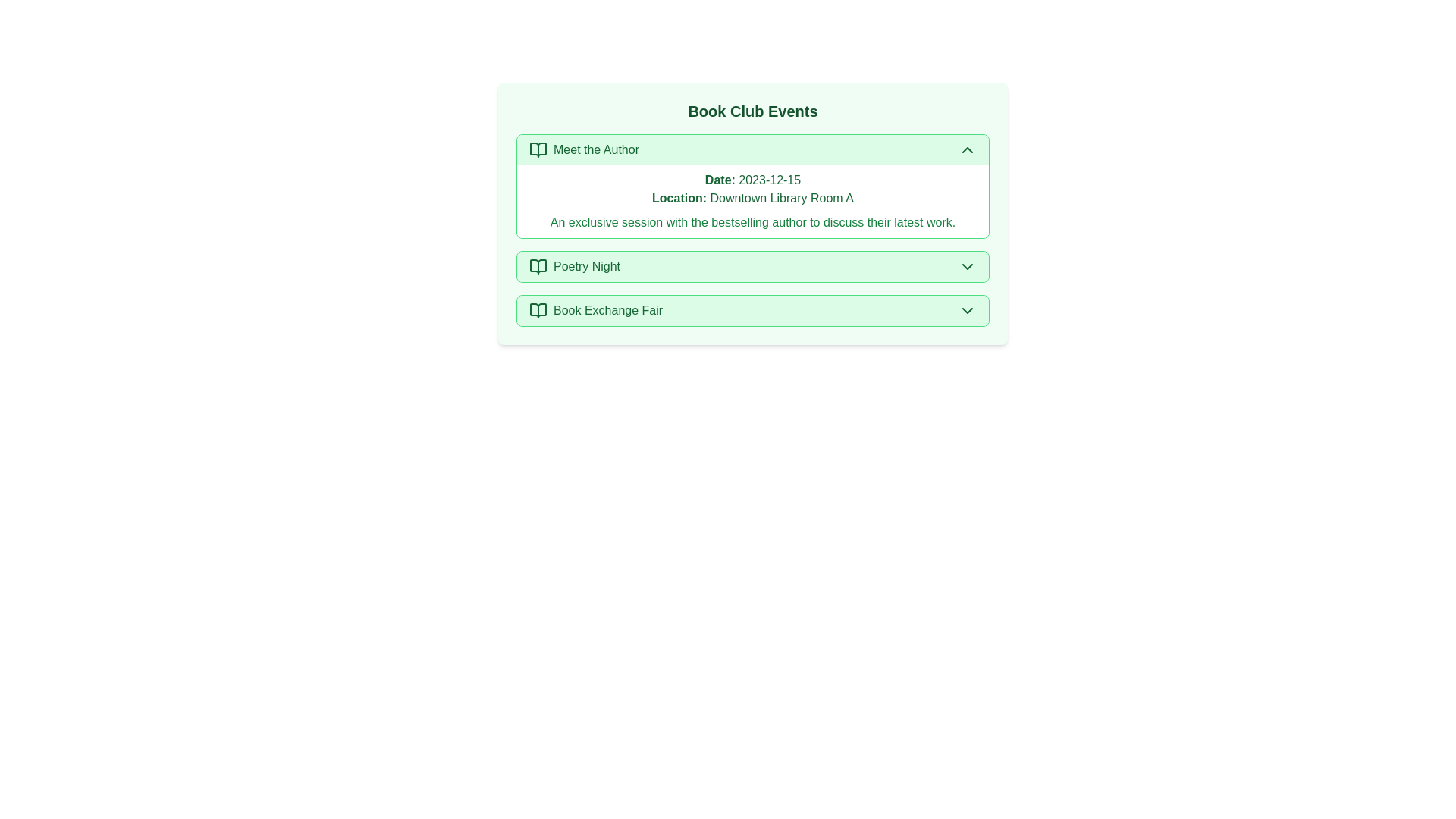 This screenshot has height=819, width=1456. What do you see at coordinates (967, 265) in the screenshot?
I see `the downward-facing chevron icon at the right end of the 'Poetry Night' entry` at bounding box center [967, 265].